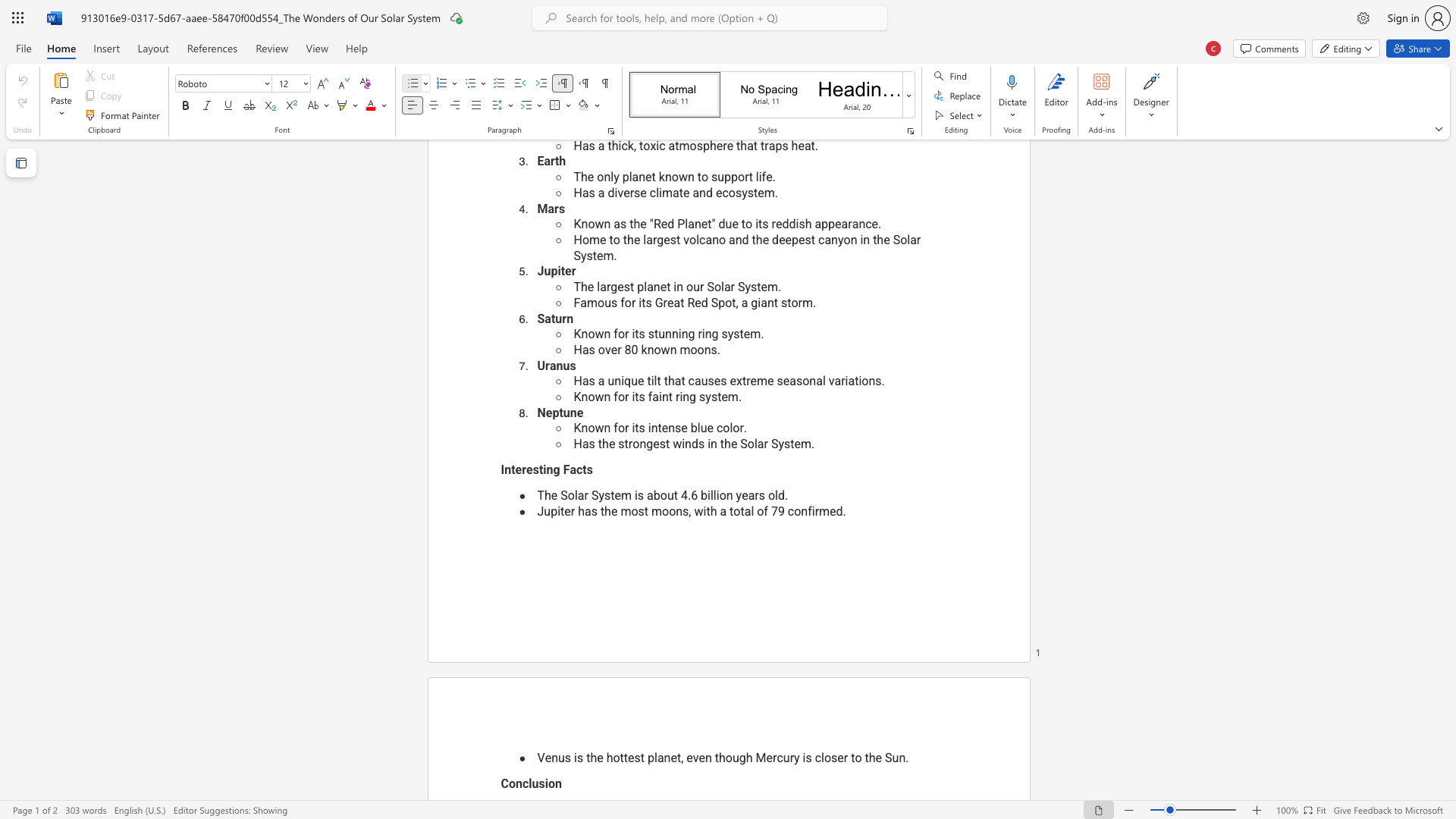 This screenshot has height=819, width=1456. What do you see at coordinates (803, 758) in the screenshot?
I see `the 2th character "i" in the text` at bounding box center [803, 758].